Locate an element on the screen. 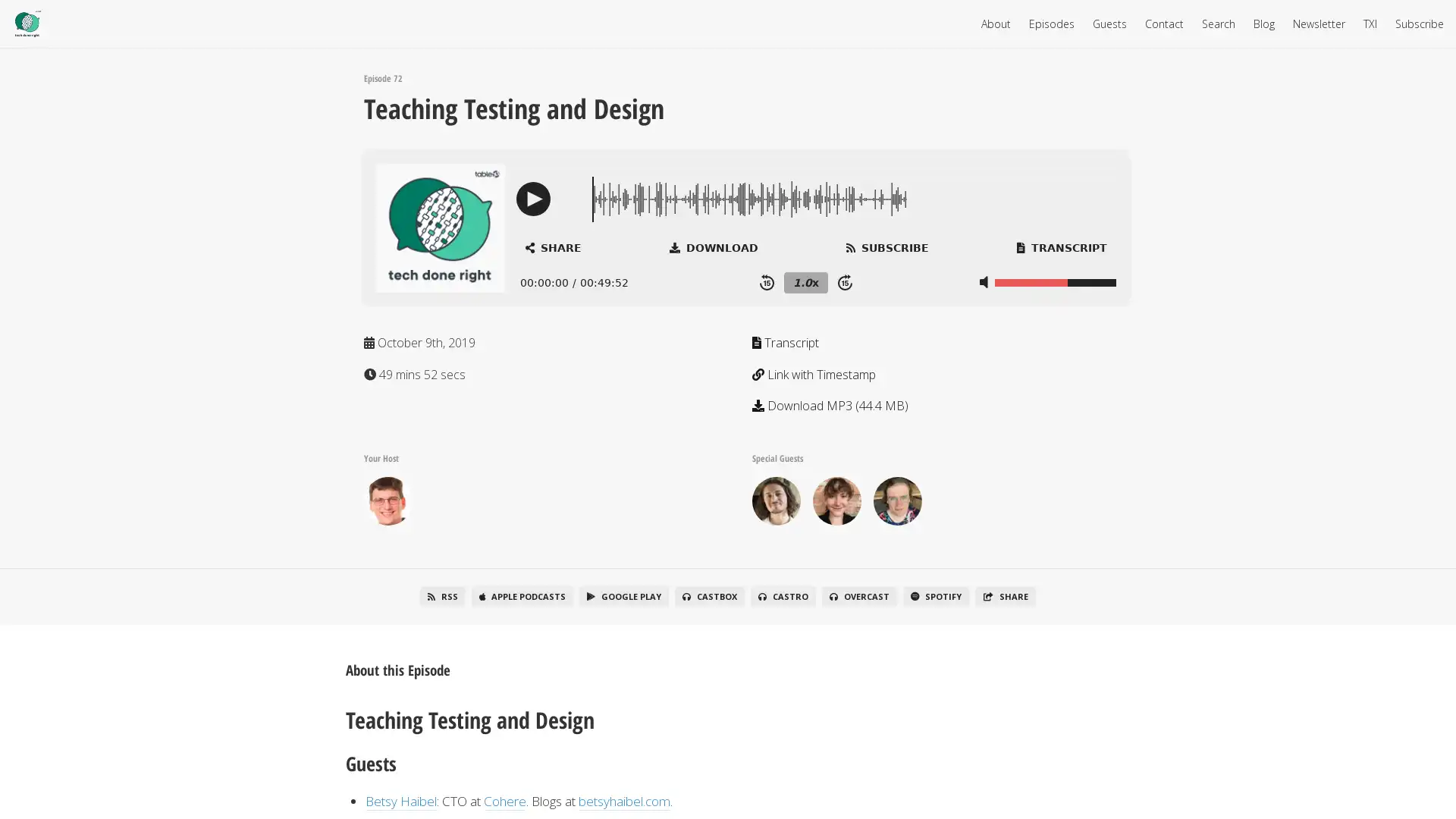 This screenshot has width=1456, height=819. Open Share and Subscribe Dialog is located at coordinates (552, 247).